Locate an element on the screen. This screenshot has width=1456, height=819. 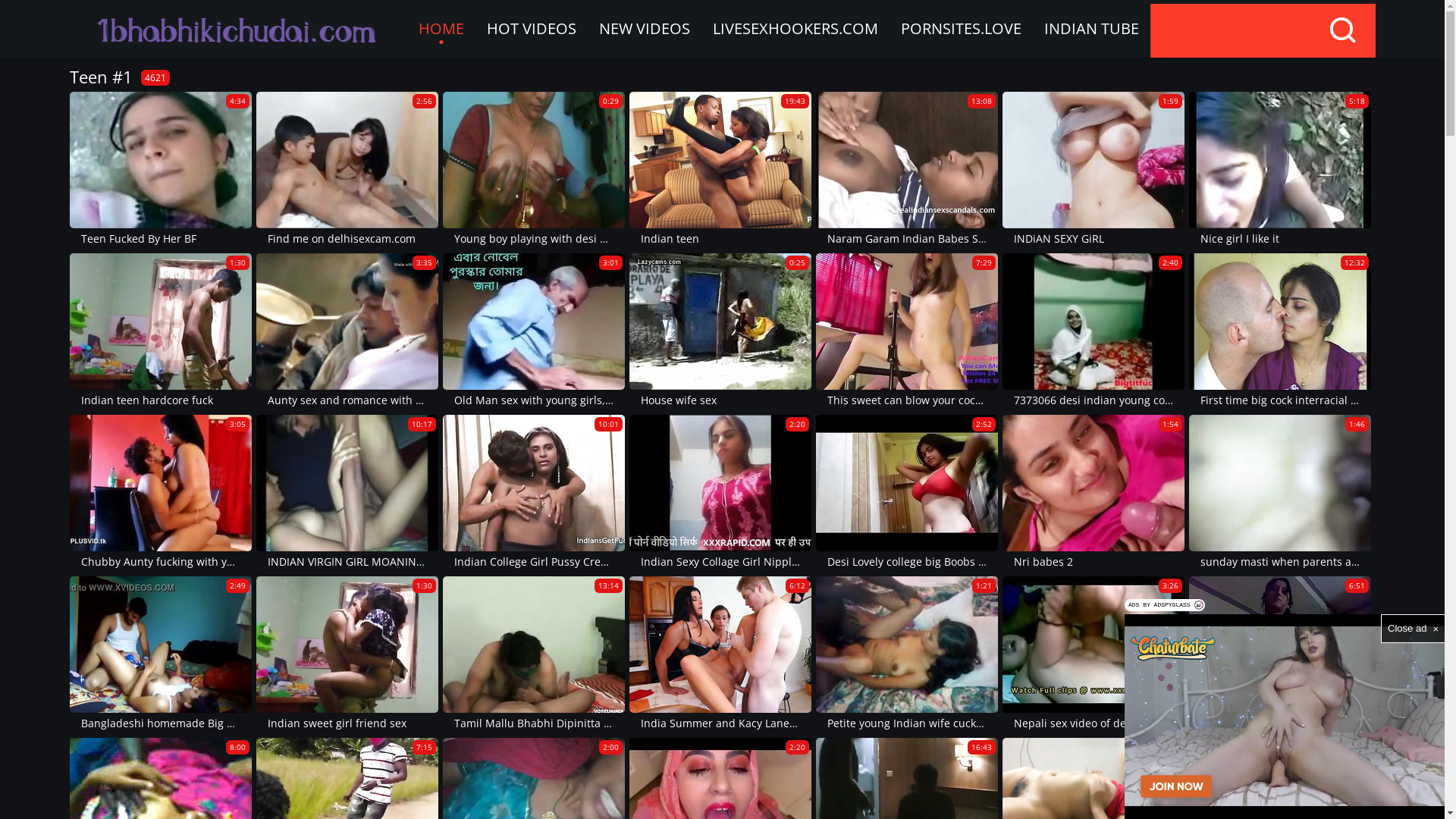
'INDIAN TUBE' is located at coordinates (1032, 29).